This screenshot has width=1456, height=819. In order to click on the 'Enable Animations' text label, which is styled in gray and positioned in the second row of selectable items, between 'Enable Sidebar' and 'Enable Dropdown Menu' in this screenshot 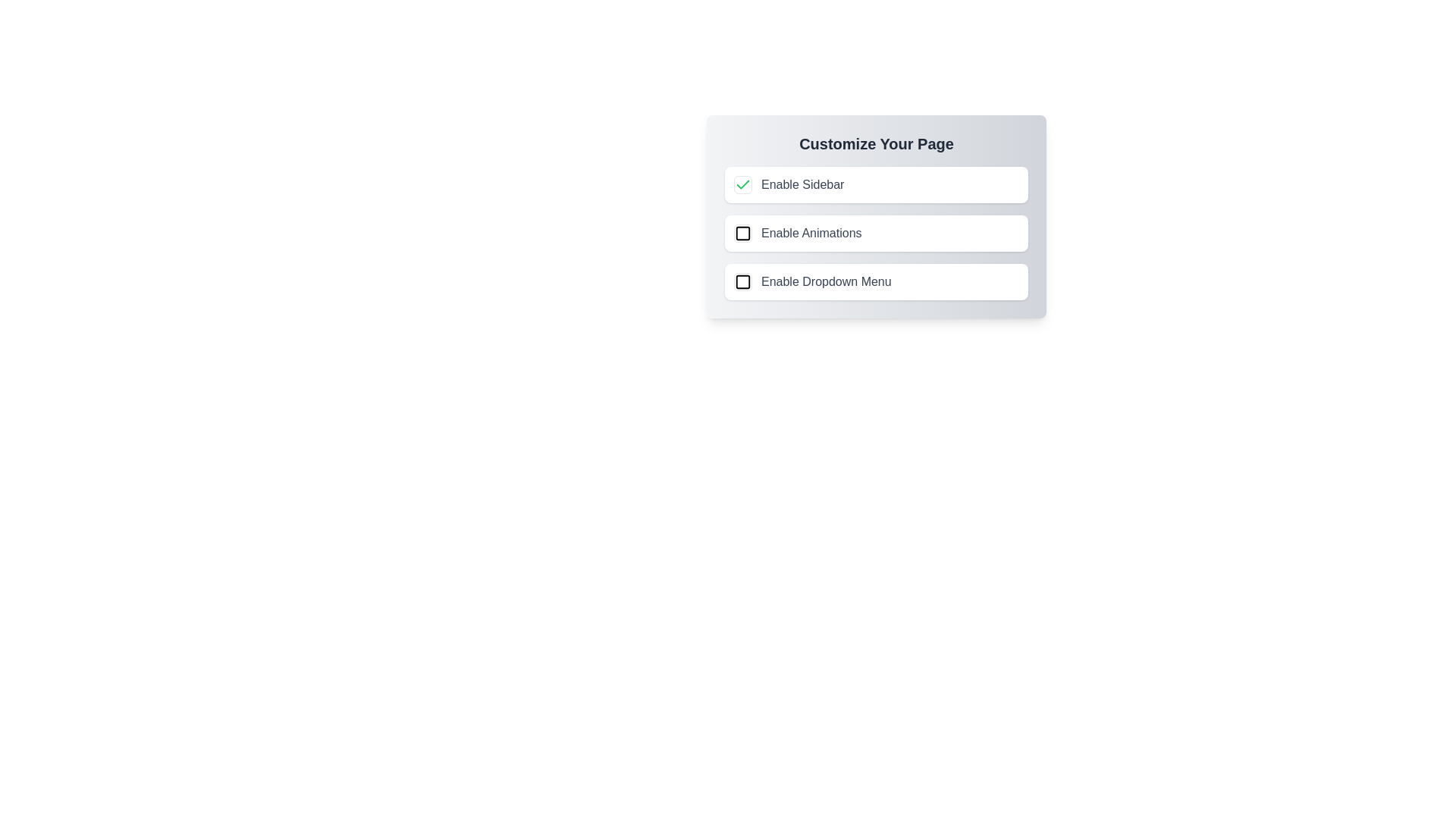, I will do `click(811, 234)`.